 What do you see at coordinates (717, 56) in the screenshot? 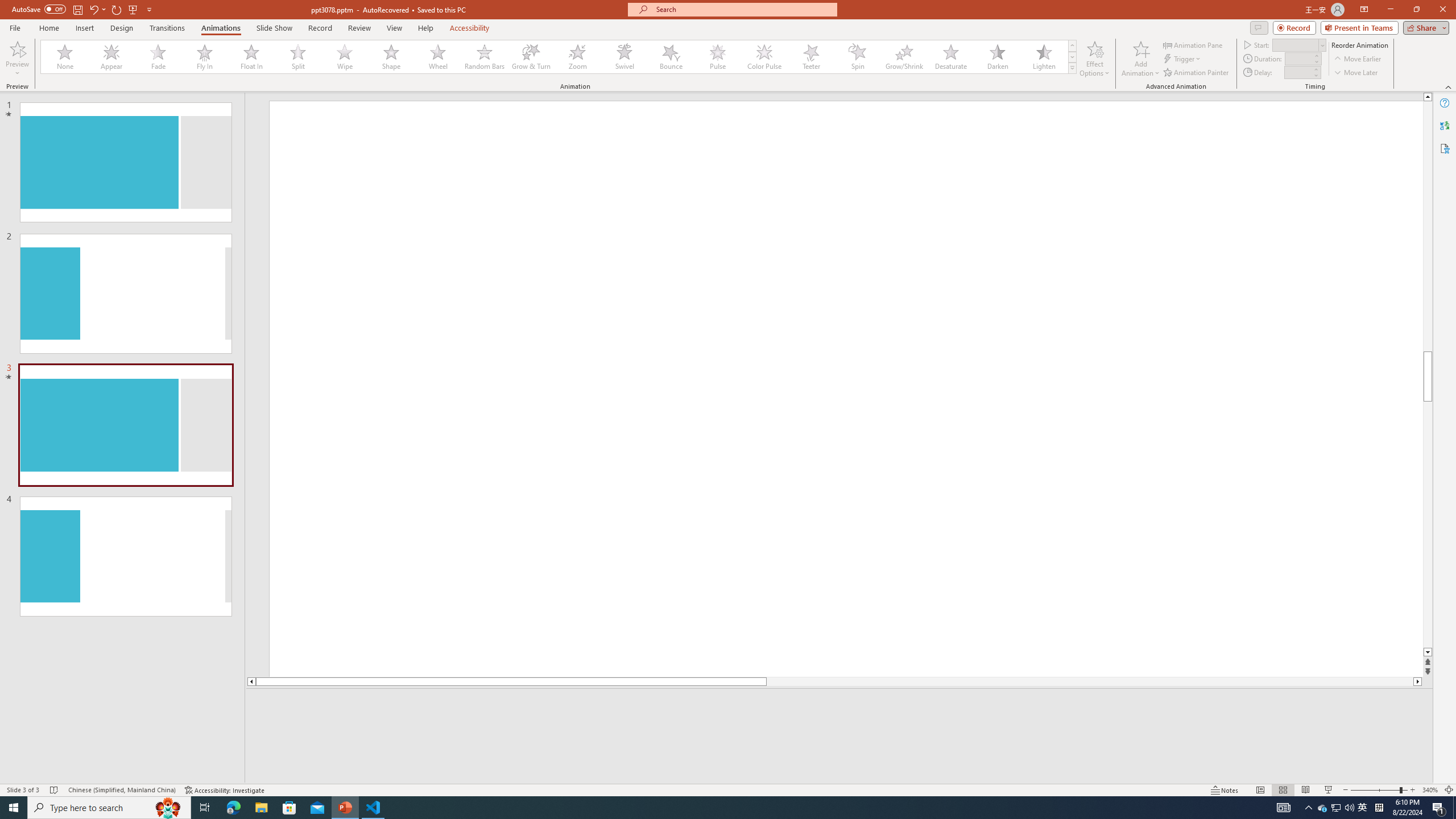
I see `'Pulse'` at bounding box center [717, 56].